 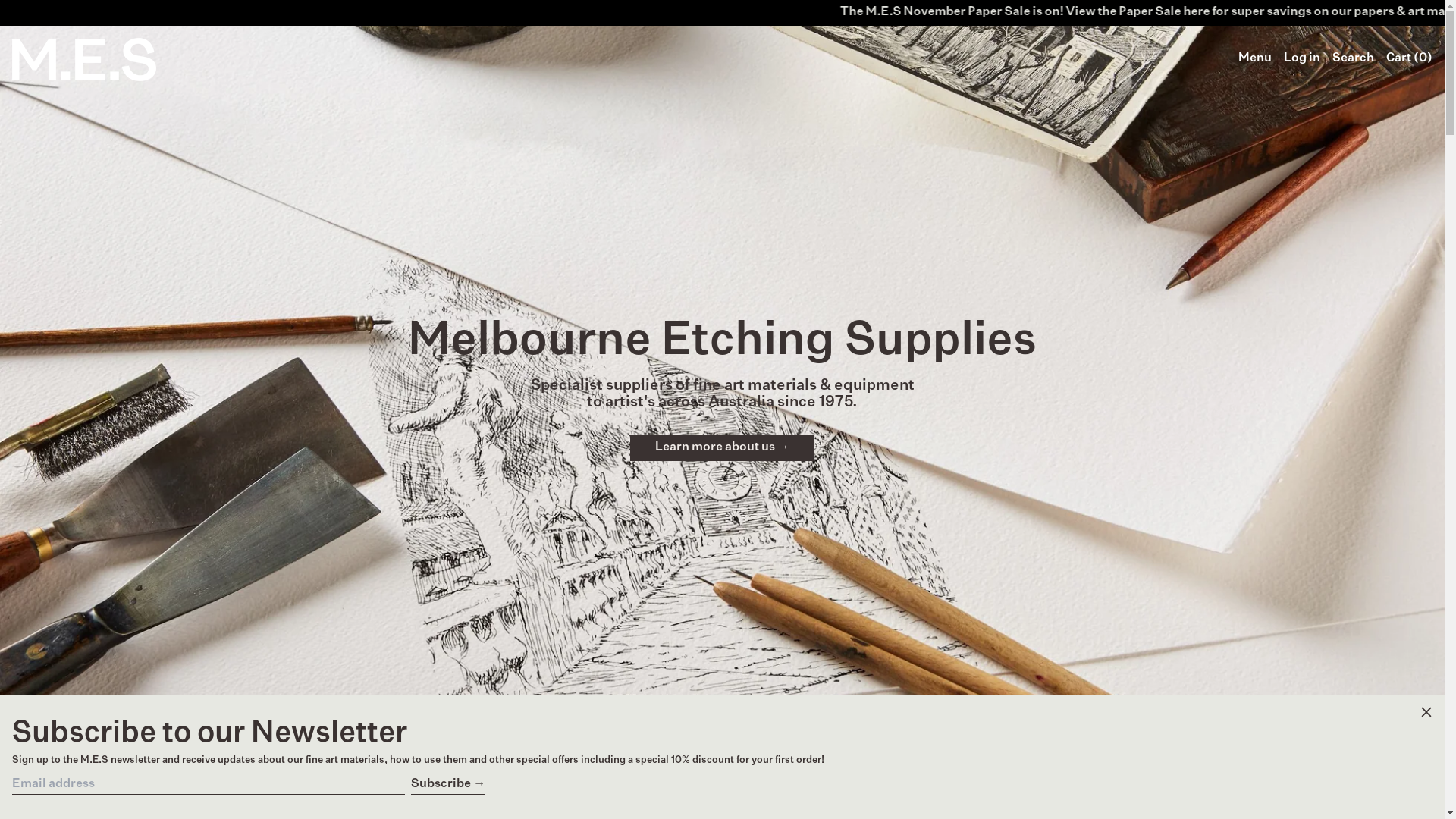 I want to click on 'Menu', so click(x=1238, y=58).